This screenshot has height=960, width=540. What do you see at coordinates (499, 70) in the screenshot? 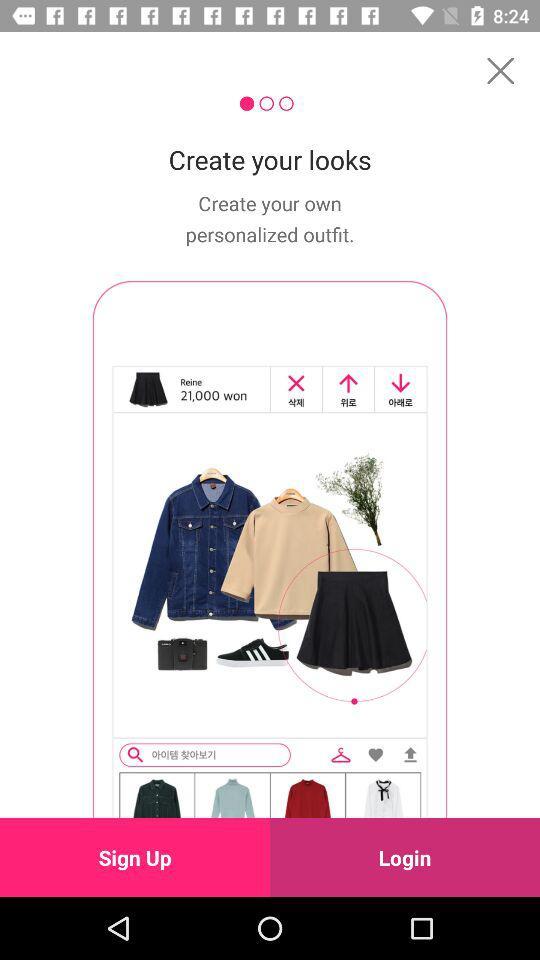
I see `the close icon` at bounding box center [499, 70].